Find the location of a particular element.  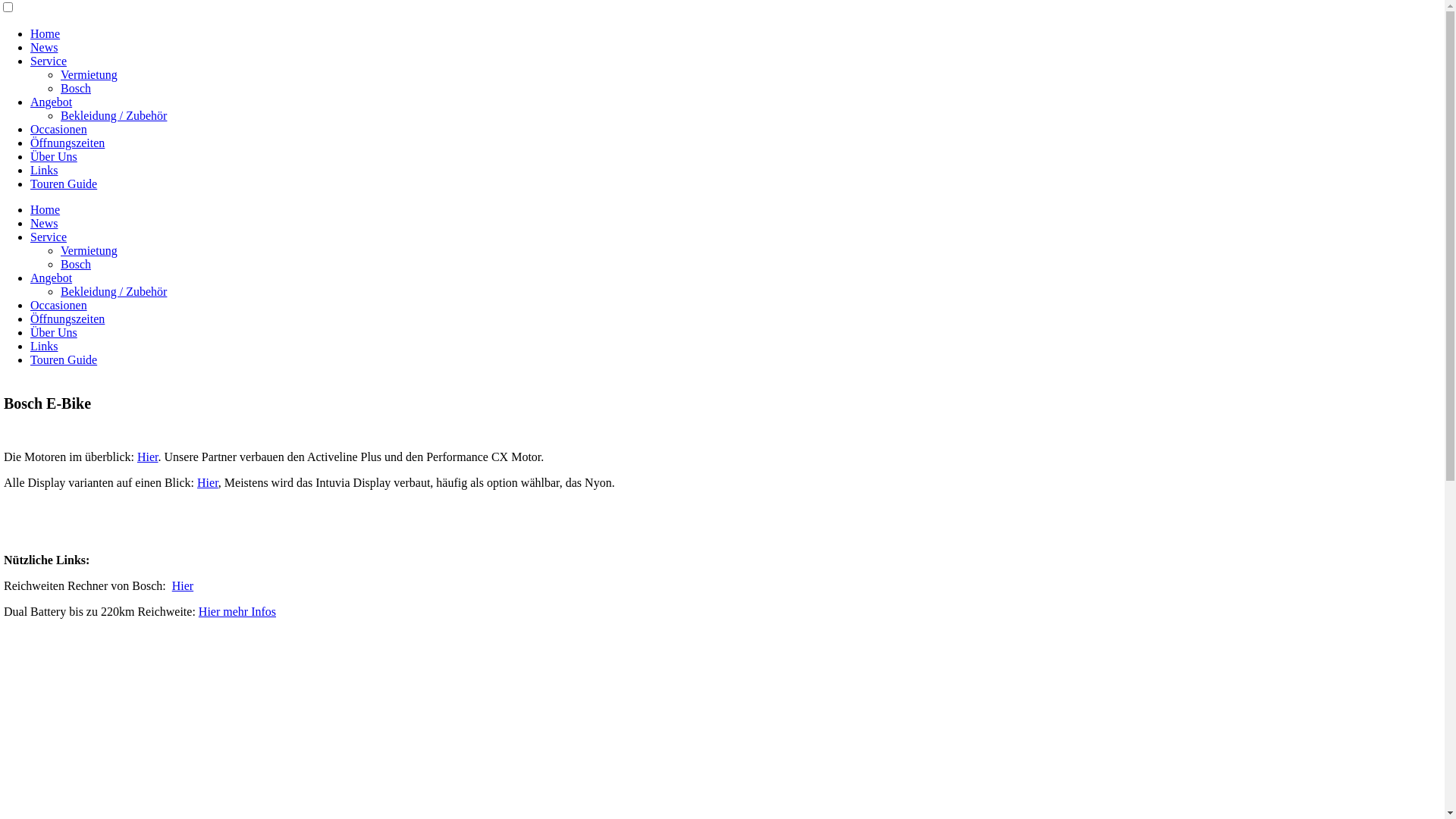

'Vermietung' is located at coordinates (88, 74).